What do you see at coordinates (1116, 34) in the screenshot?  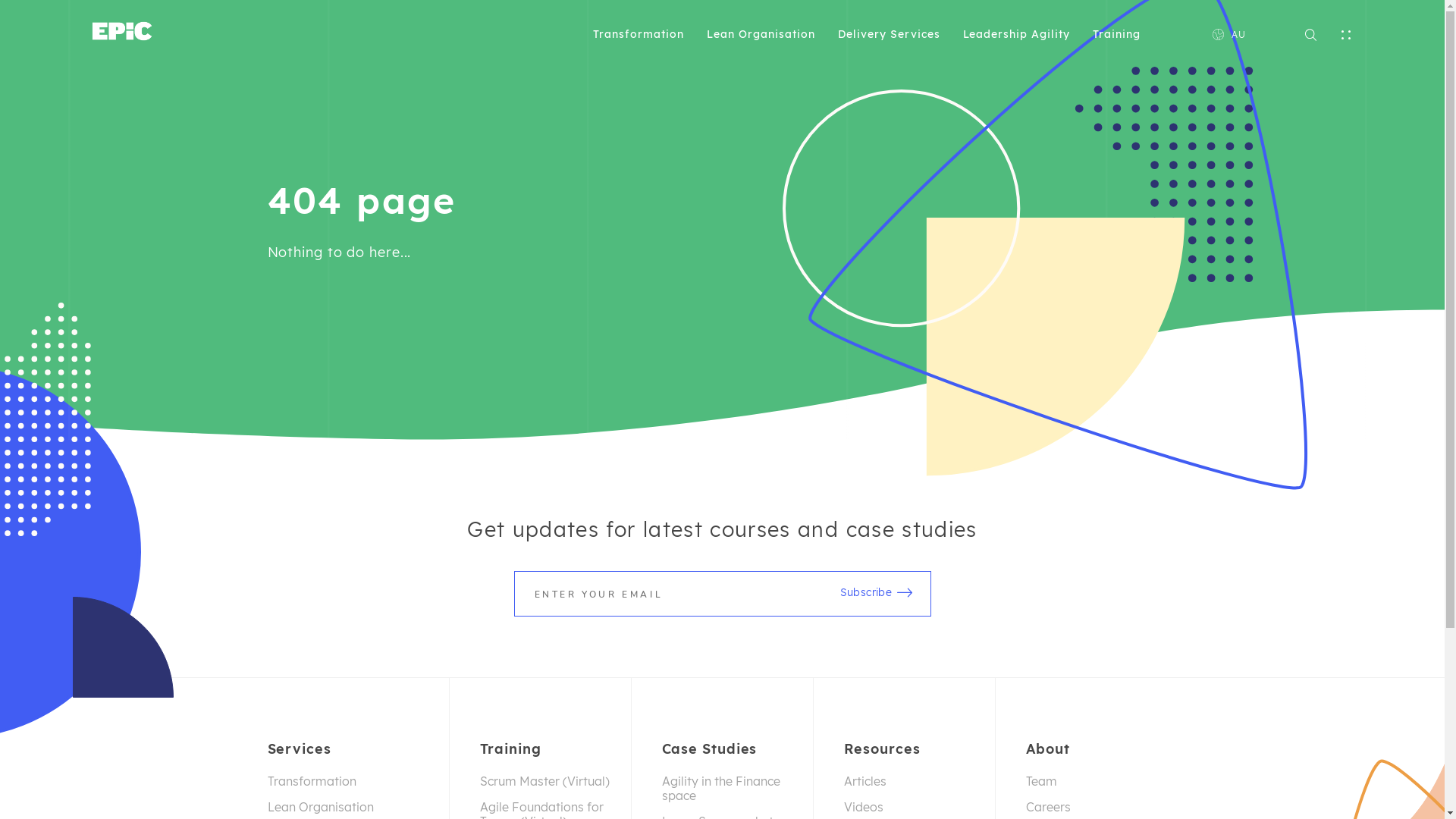 I see `'Training'` at bounding box center [1116, 34].